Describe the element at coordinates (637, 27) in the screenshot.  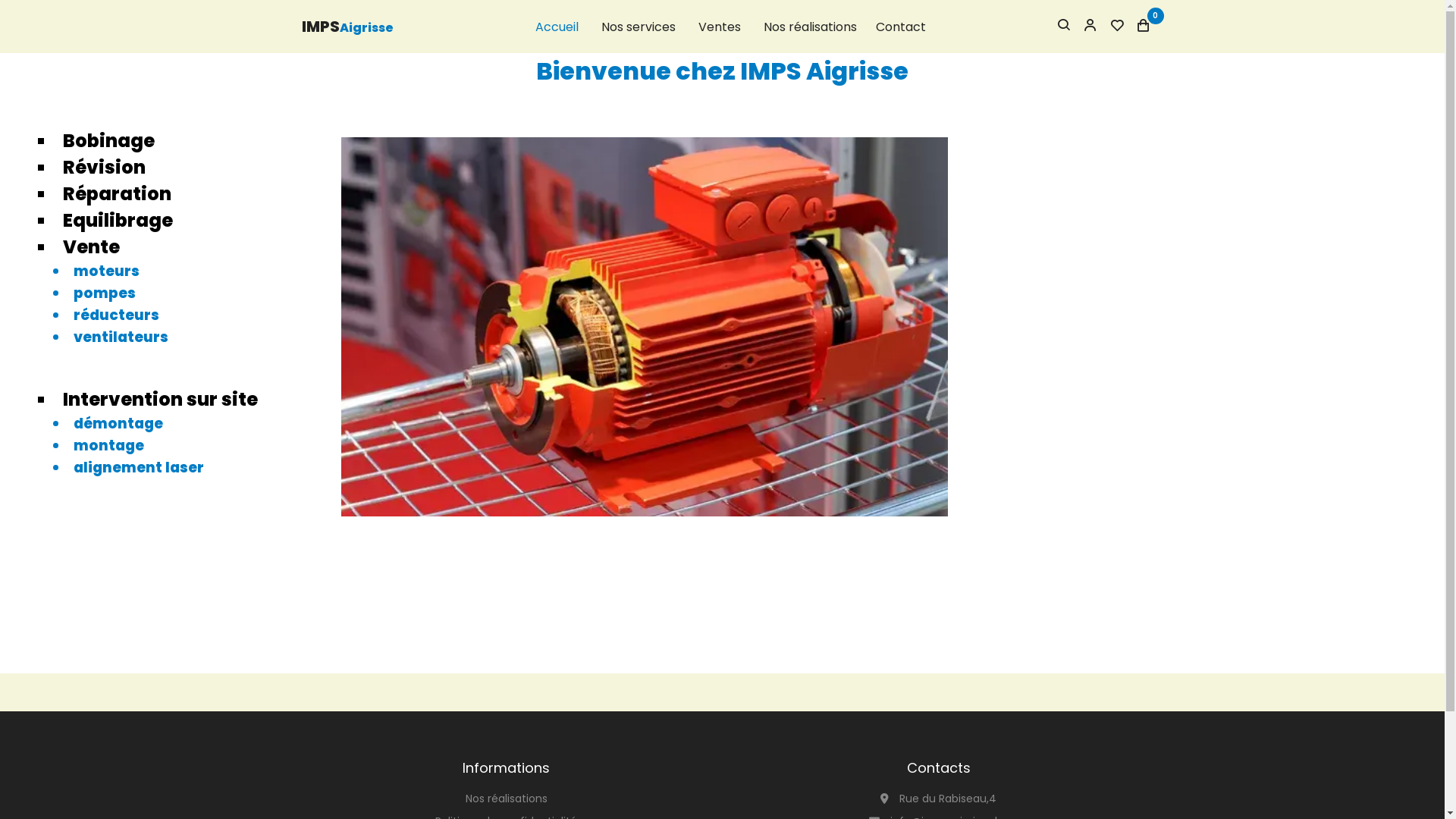
I see `'Nos services'` at that location.